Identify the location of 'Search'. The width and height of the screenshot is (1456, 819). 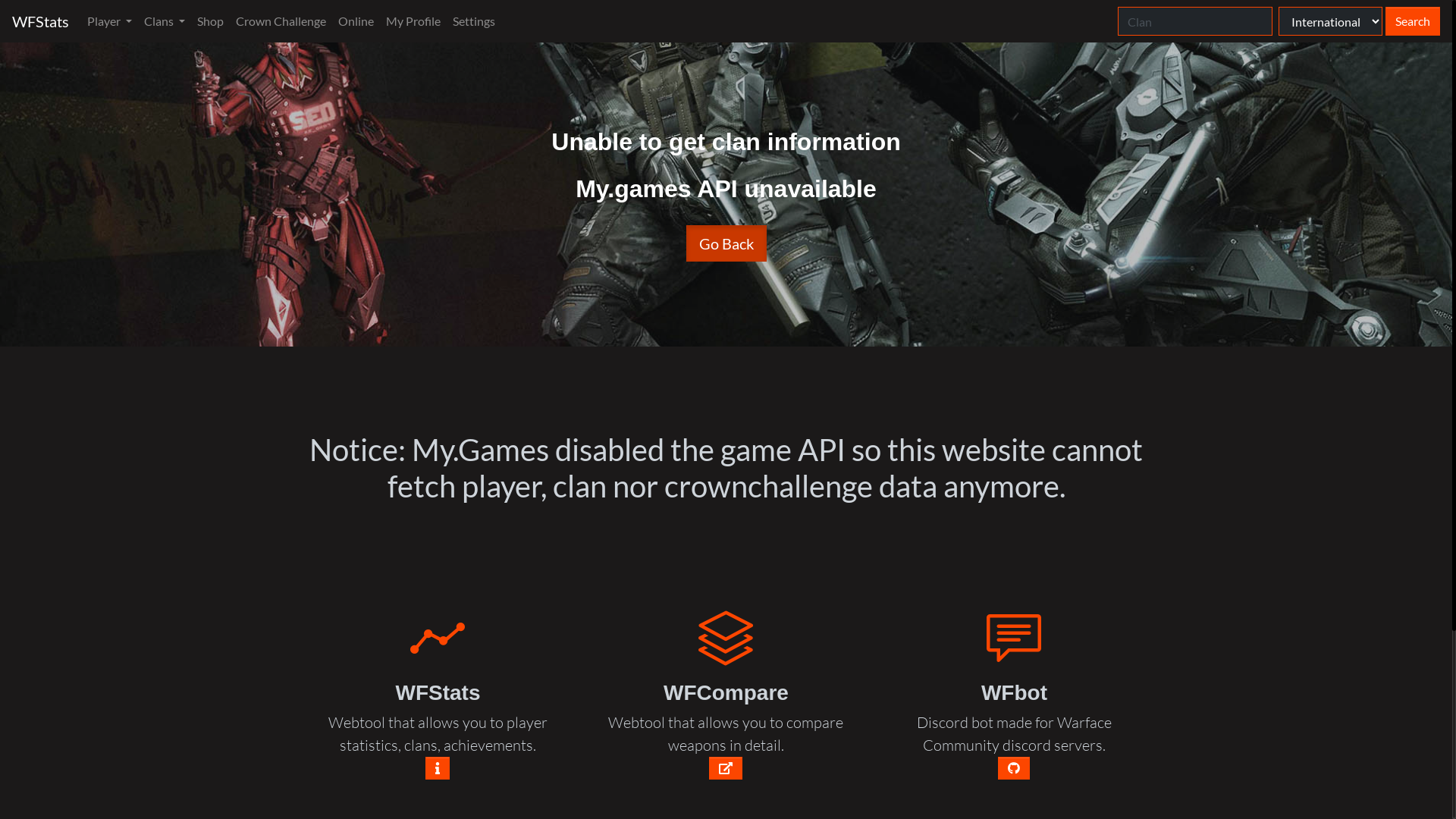
(1411, 20).